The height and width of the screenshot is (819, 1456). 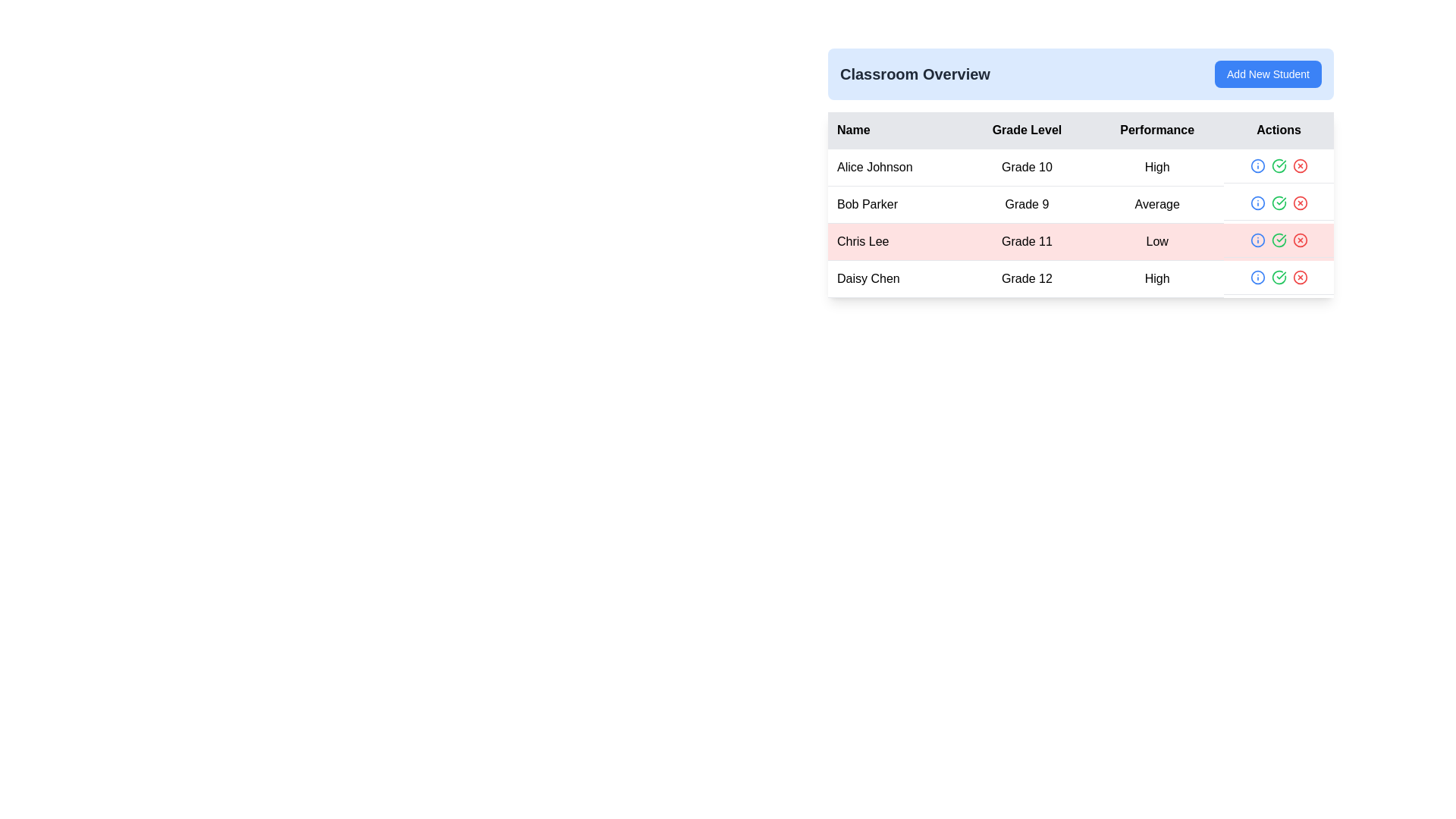 I want to click on the circular button icon with a green checkmark in the 'Actions' column for Chris Lee, so click(x=1278, y=166).